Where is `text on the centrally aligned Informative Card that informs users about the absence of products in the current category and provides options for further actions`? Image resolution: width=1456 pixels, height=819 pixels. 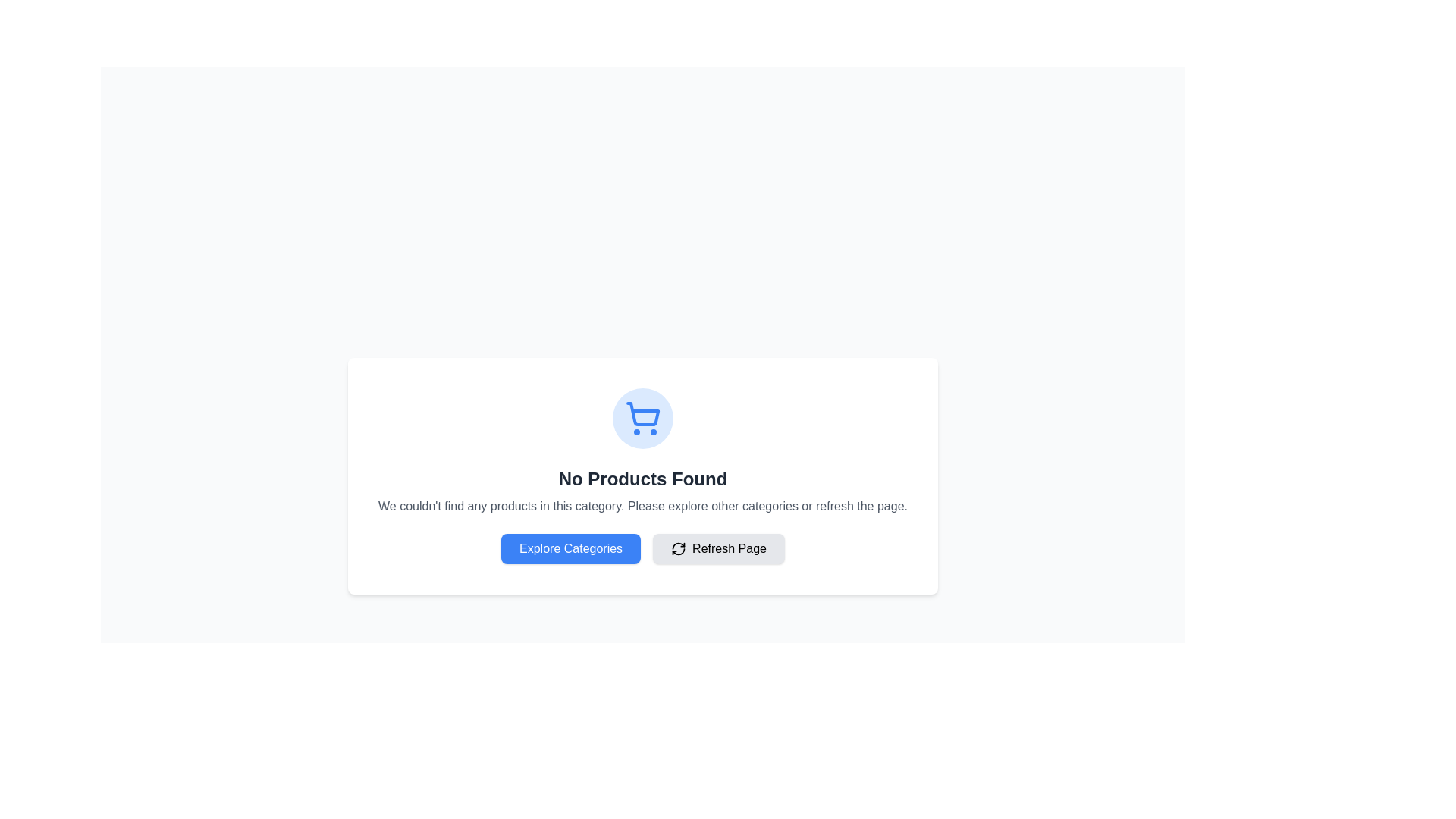 text on the centrally aligned Informative Card that informs users about the absence of products in the current category and provides options for further actions is located at coordinates (643, 475).